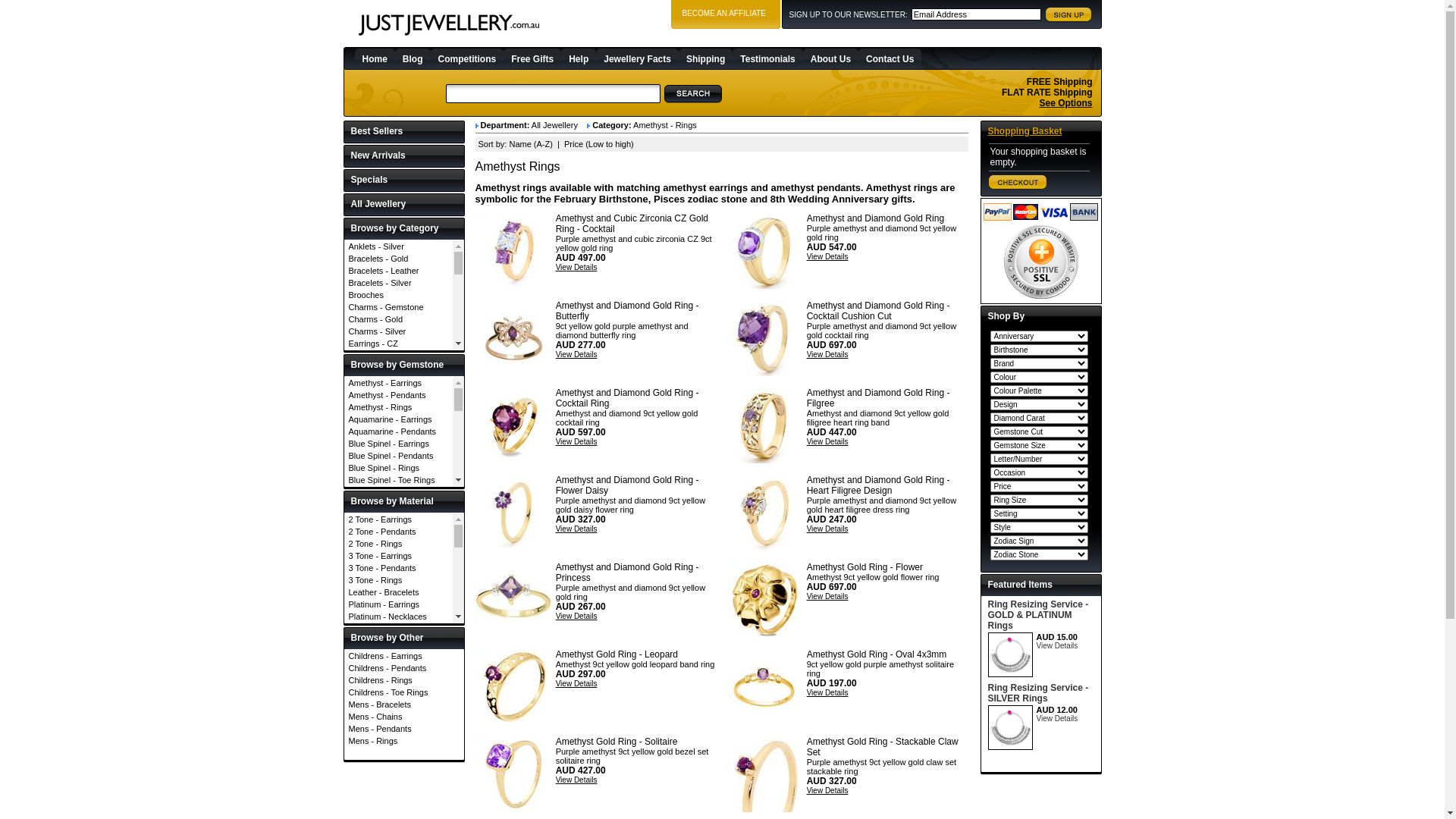  Describe the element at coordinates (627, 573) in the screenshot. I see `'Amethyst and Diamond Gold Ring - Princess'` at that location.